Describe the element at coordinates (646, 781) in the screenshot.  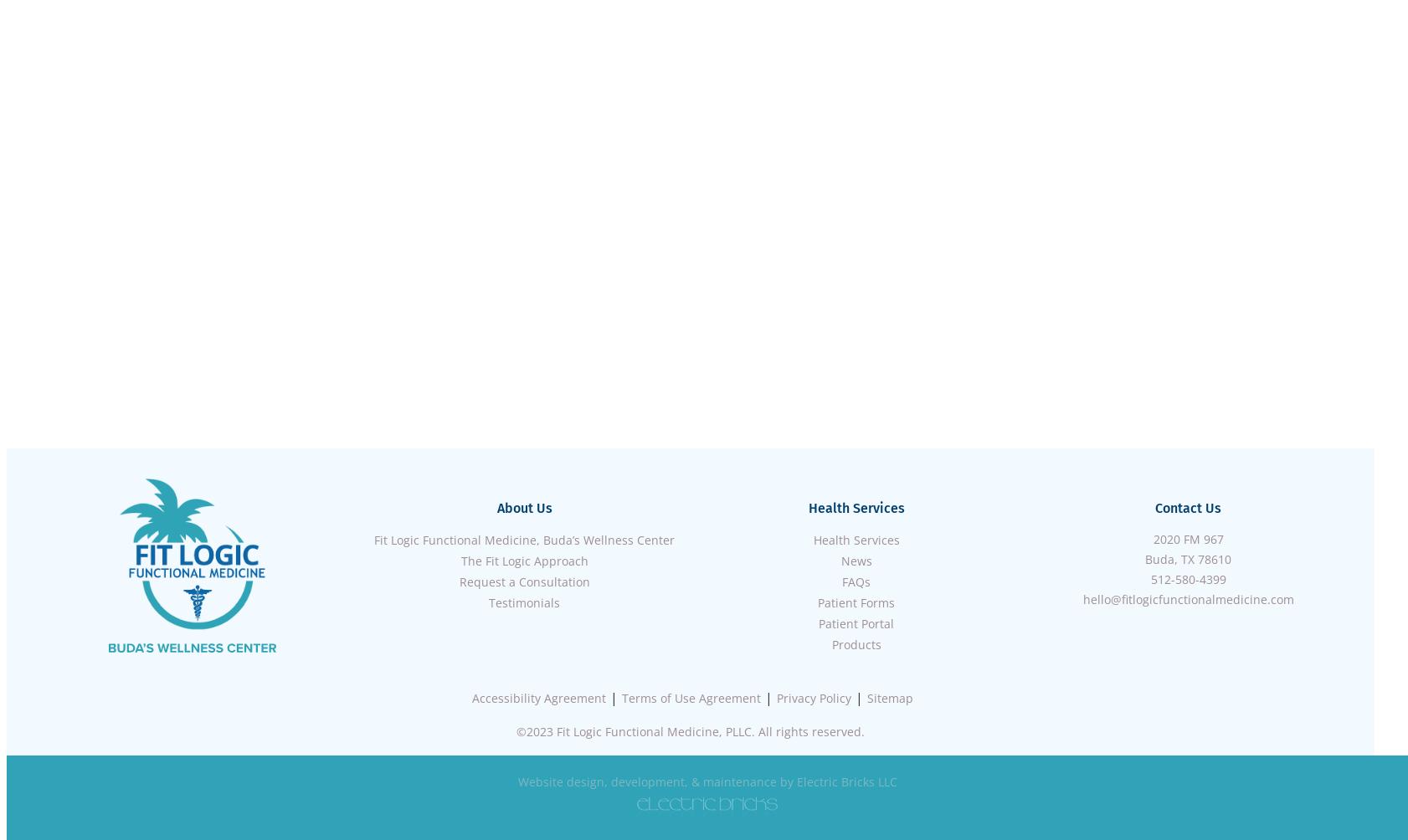
I see `'Website design, development, & maintenance'` at that location.